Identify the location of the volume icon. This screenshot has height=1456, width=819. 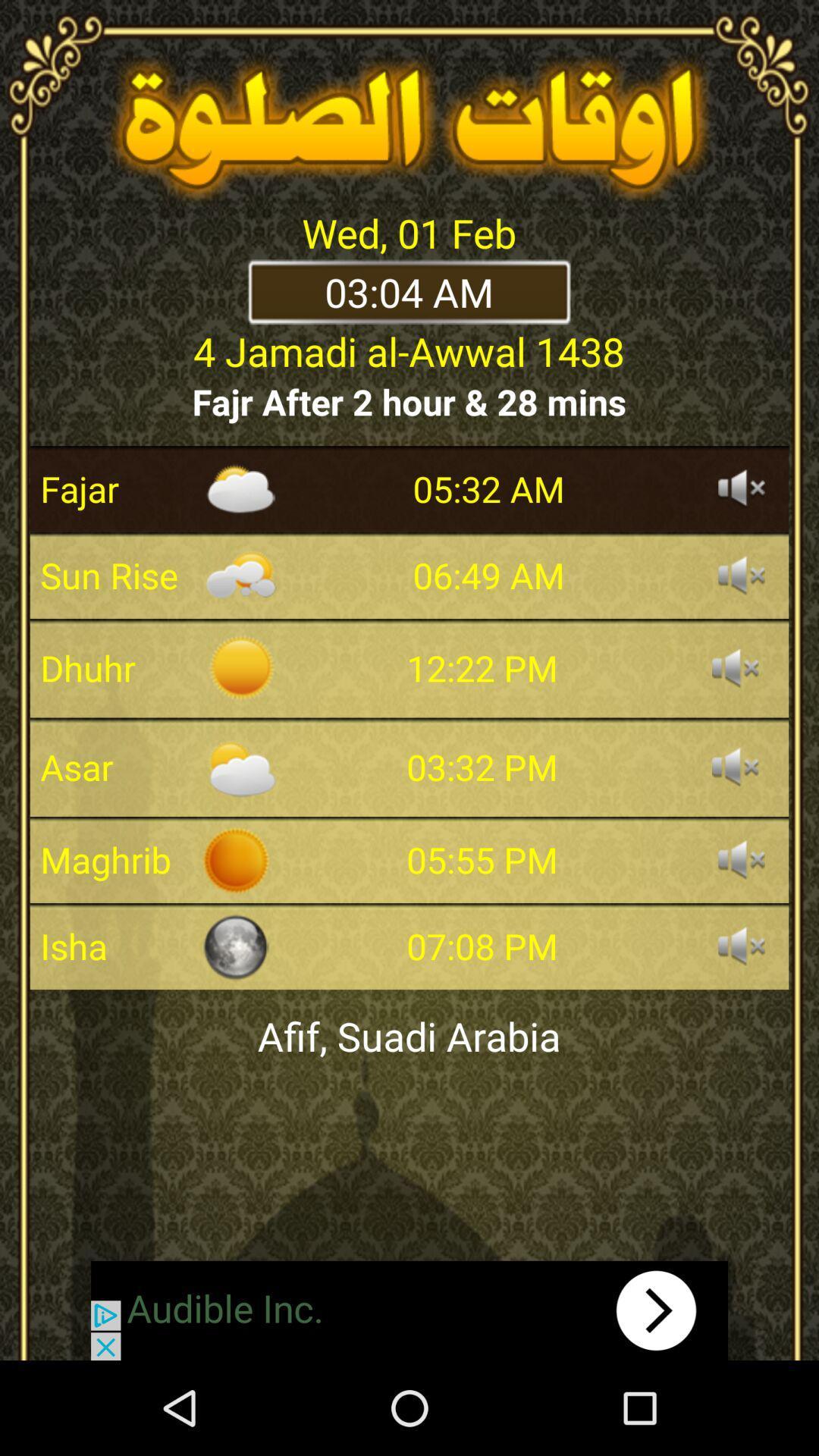
(734, 667).